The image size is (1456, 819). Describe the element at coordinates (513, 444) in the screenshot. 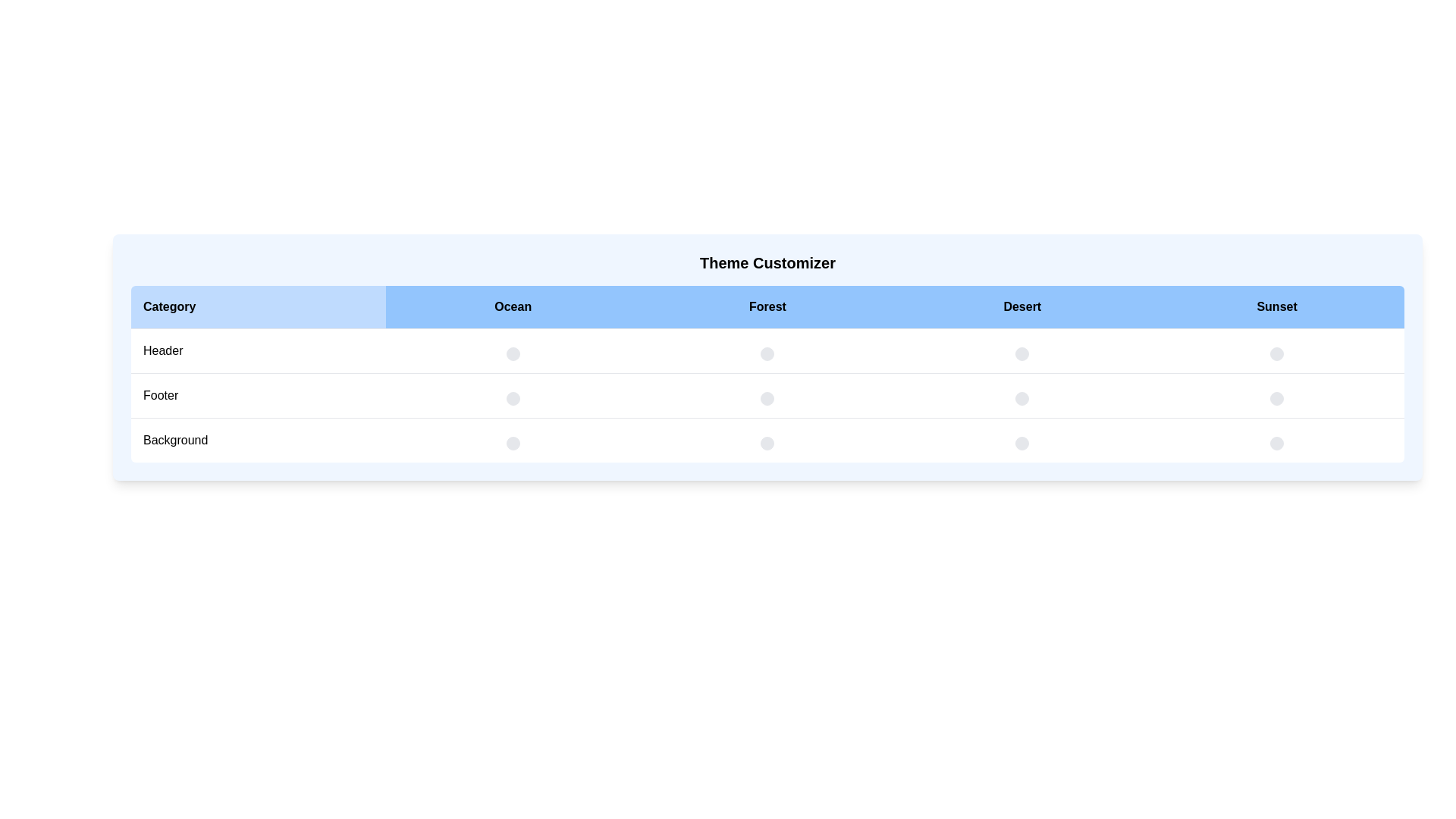

I see `the radio button or toggle selector for the 'Ocean' option in the 'Background' category` at that location.